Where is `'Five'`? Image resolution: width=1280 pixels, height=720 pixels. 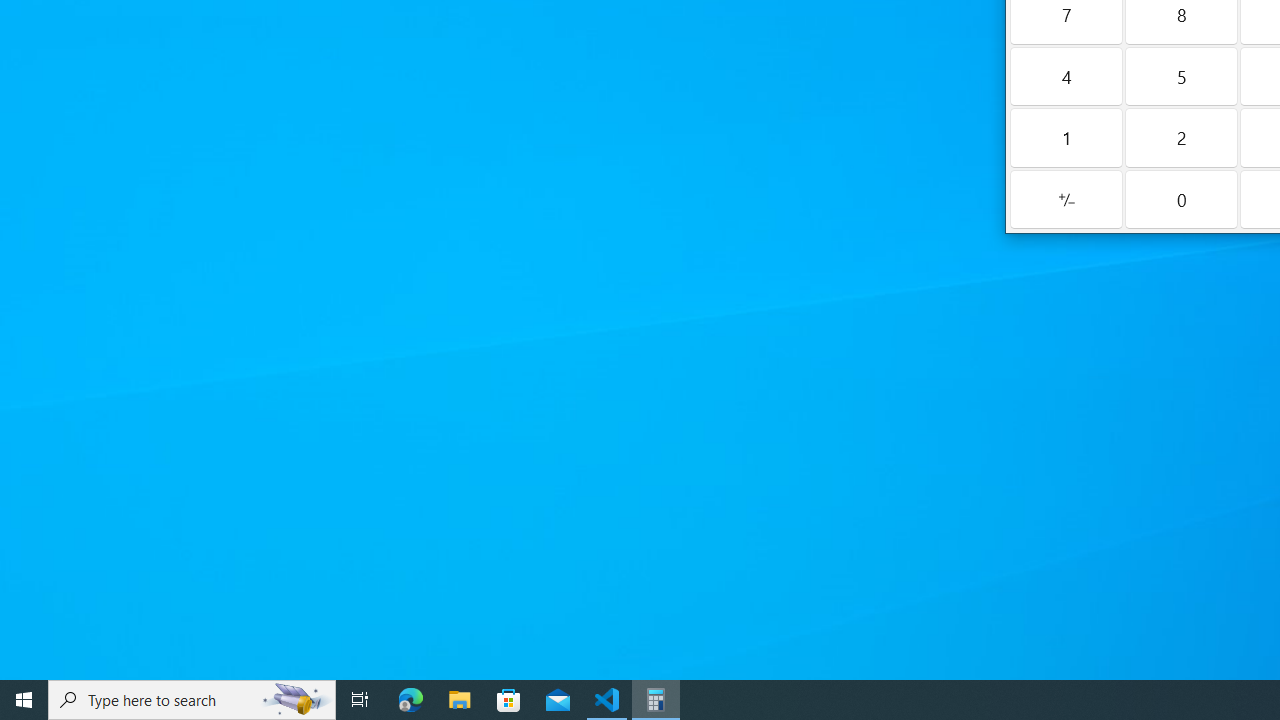
'Five' is located at coordinates (1181, 75).